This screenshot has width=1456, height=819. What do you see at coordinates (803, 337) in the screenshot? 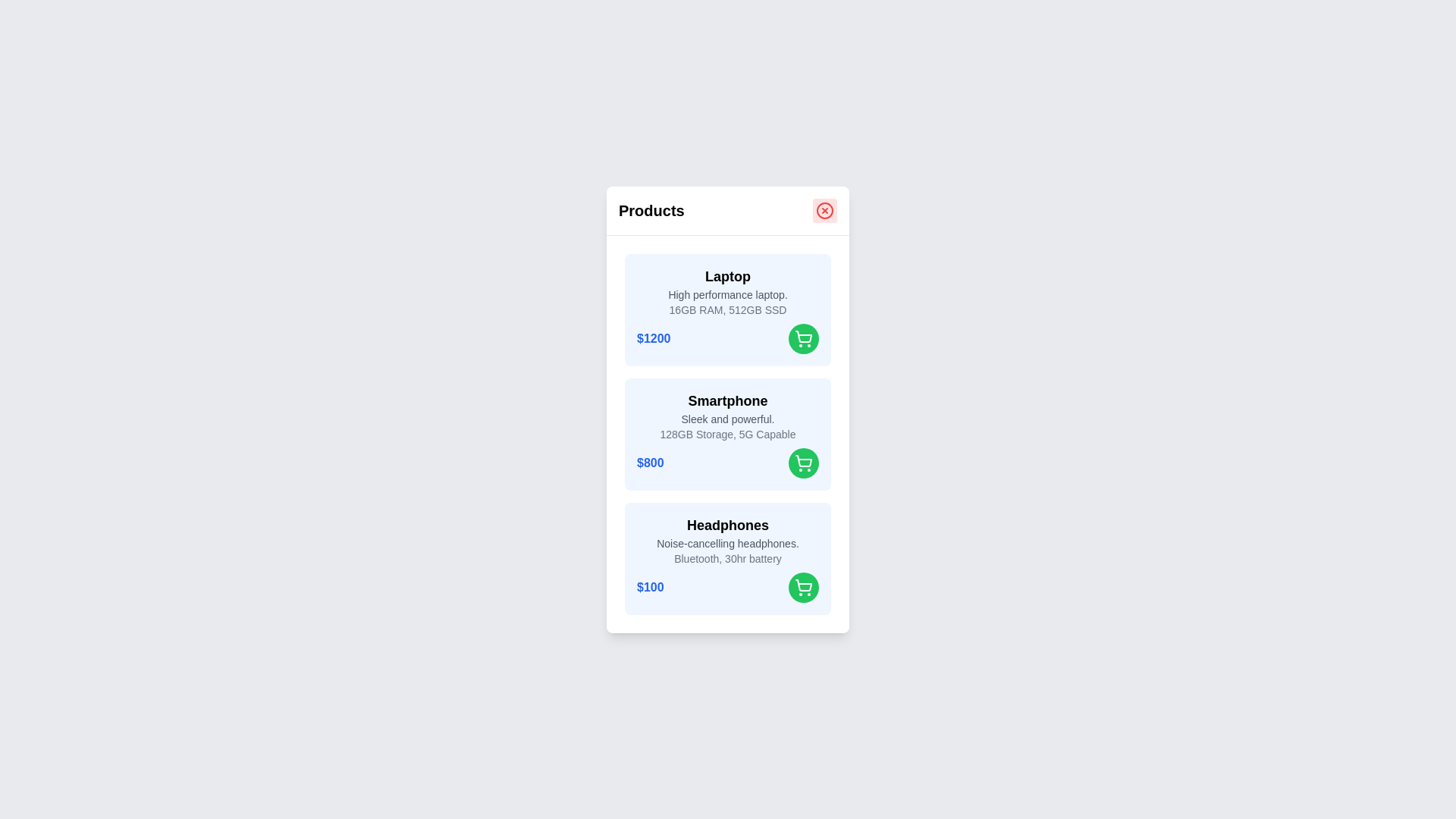
I see `the green shopping cart button corresponding to the Laptop product to add it to the cart` at bounding box center [803, 337].